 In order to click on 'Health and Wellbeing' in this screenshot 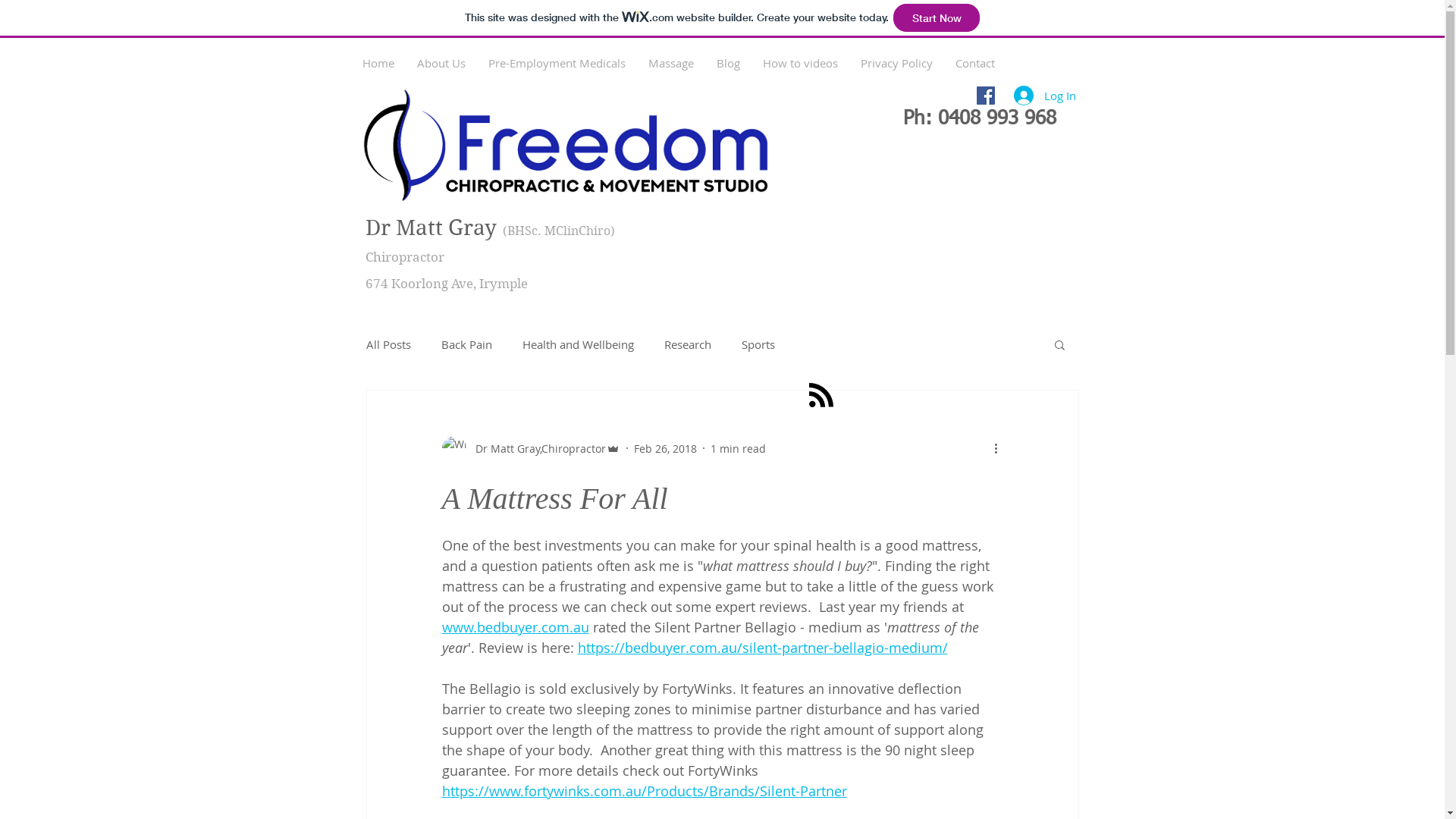, I will do `click(576, 344)`.